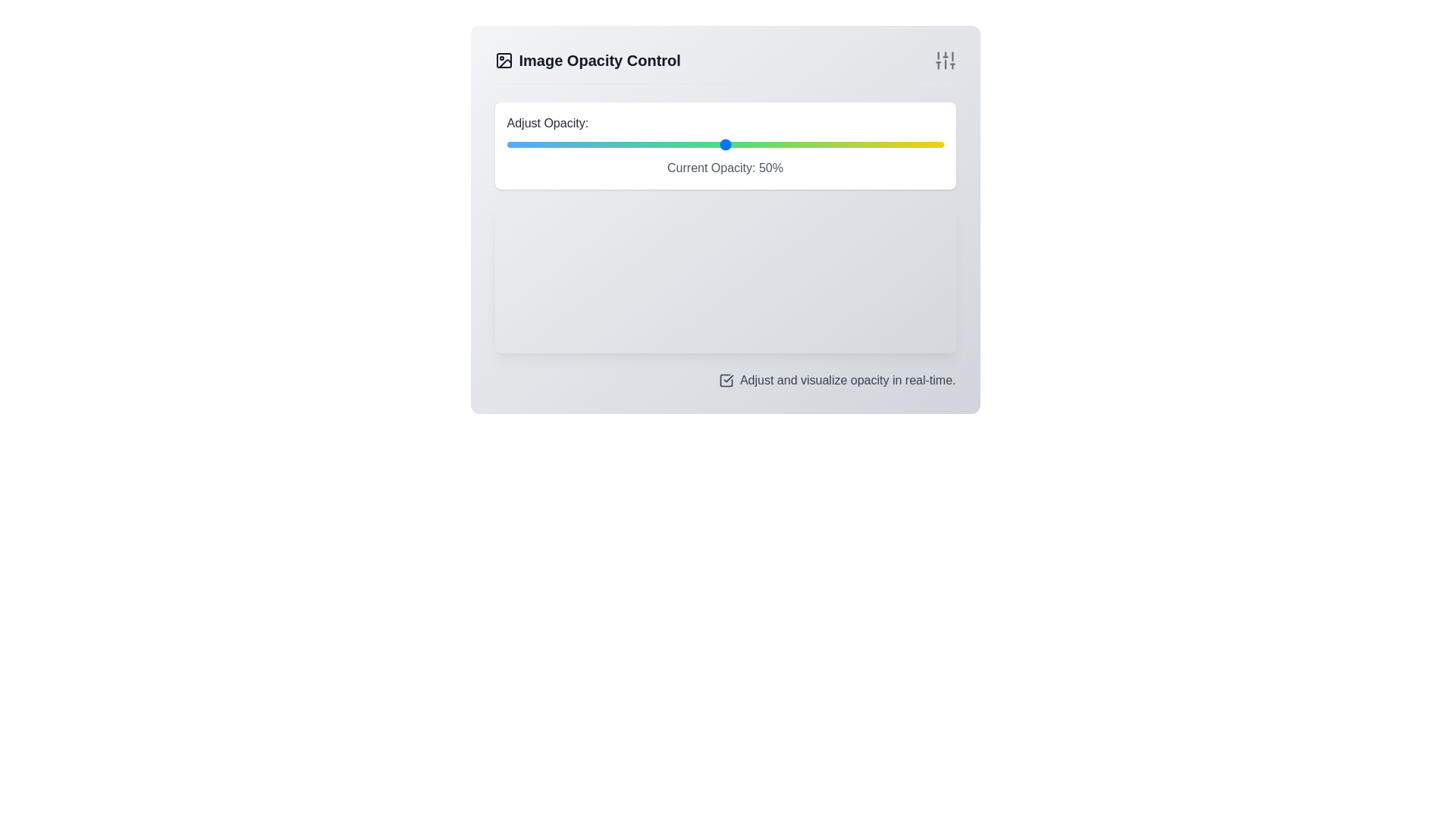  What do you see at coordinates (504, 60) in the screenshot?
I see `the image-related functionality icon located to the left of the 'Image Opacity Control' text in the header section` at bounding box center [504, 60].